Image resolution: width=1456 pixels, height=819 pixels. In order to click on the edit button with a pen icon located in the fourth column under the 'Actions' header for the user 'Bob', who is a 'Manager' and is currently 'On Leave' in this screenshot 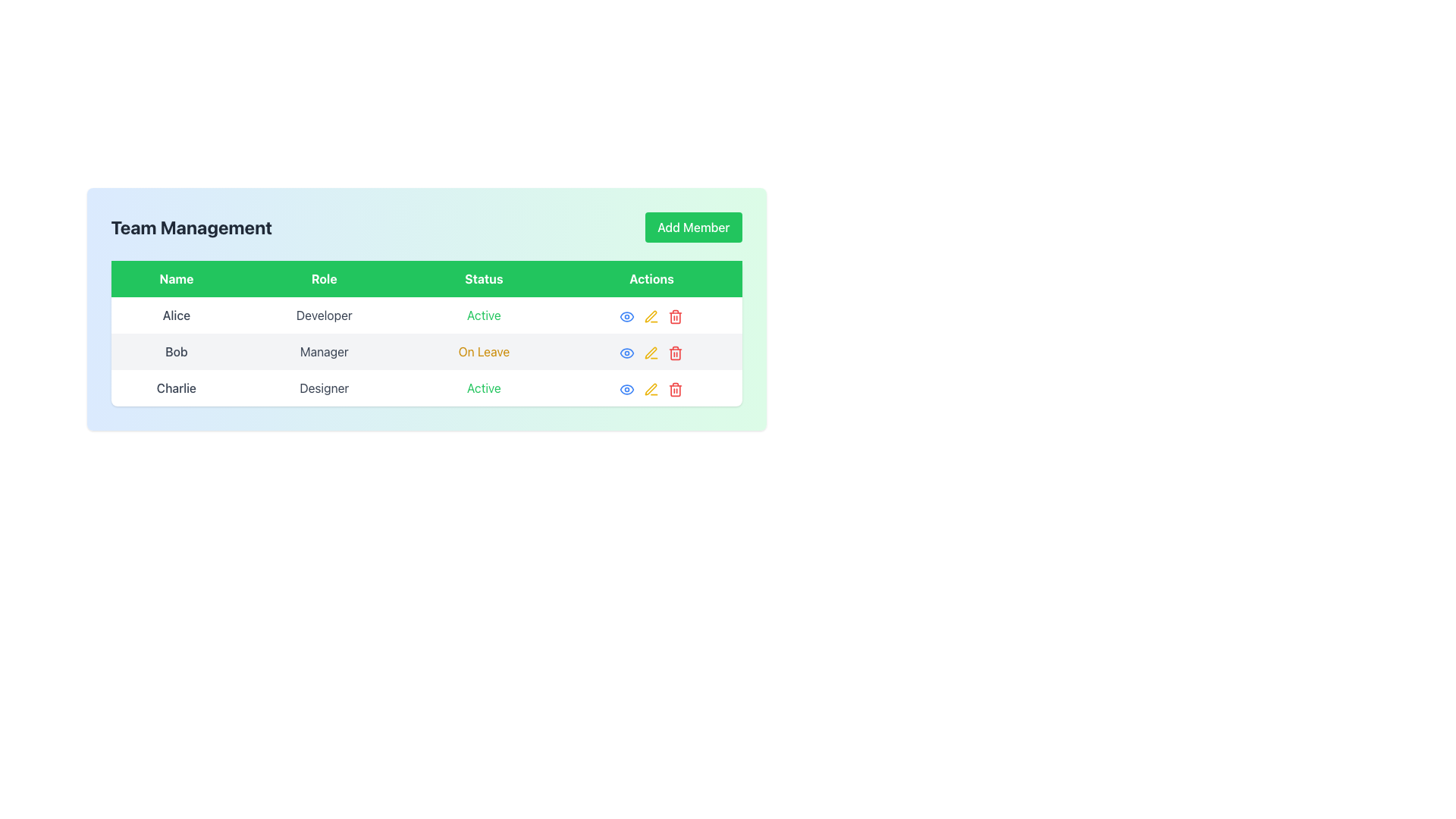, I will do `click(651, 351)`.